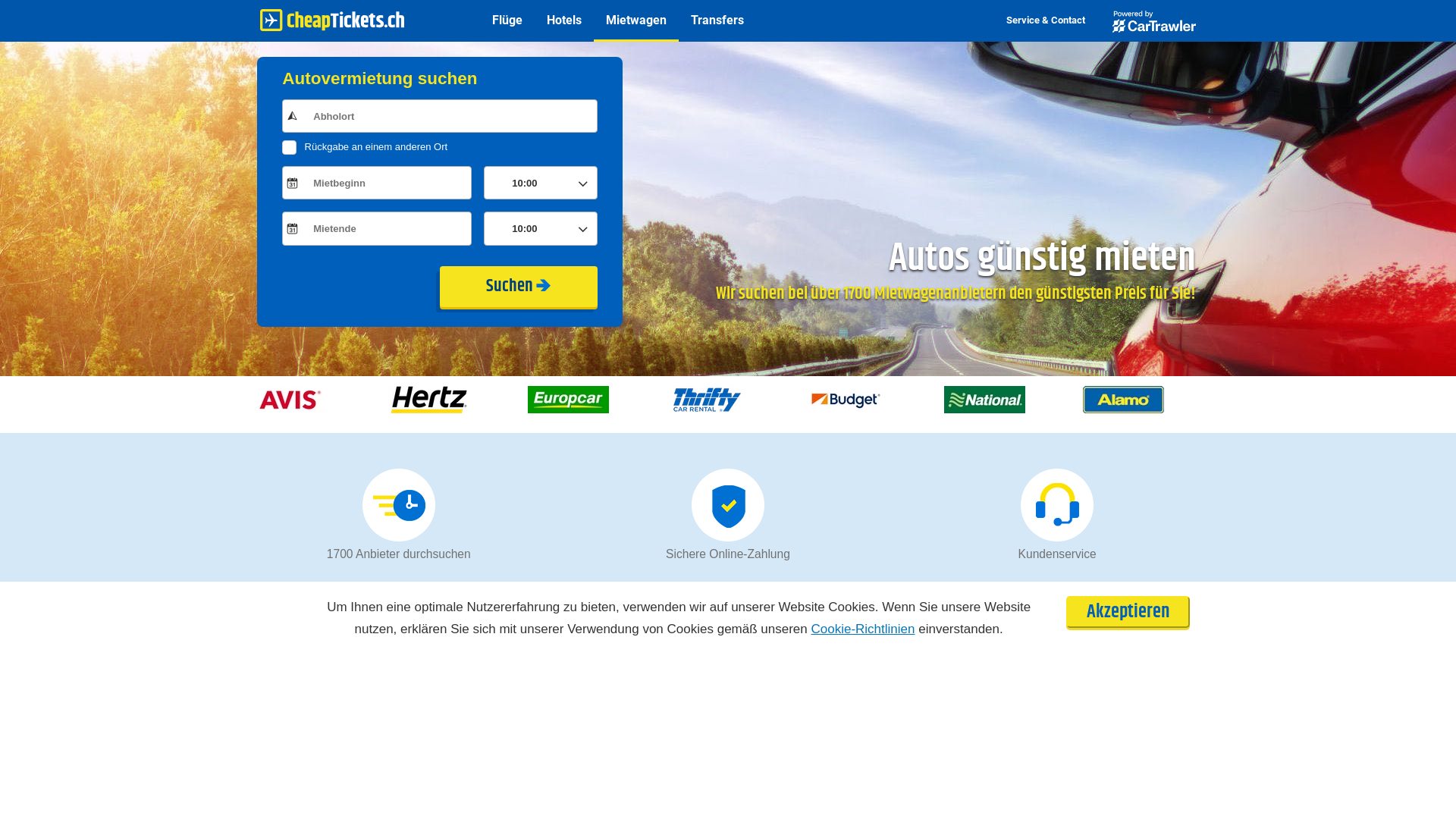 This screenshot has width=1456, height=819. Describe the element at coordinates (1044, 20) in the screenshot. I see `'Service & Contact'` at that location.